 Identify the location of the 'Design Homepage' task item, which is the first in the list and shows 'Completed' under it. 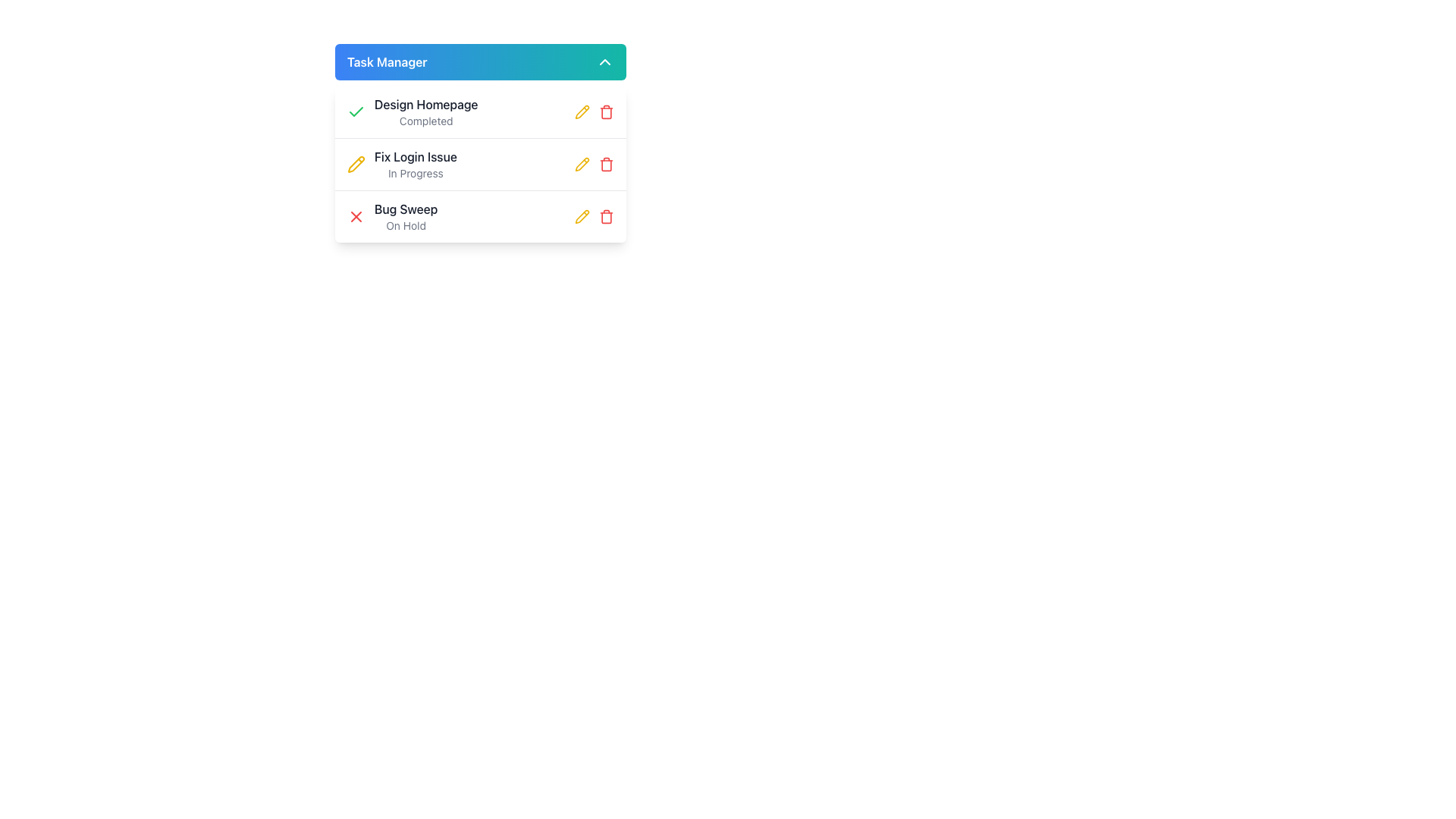
(425, 111).